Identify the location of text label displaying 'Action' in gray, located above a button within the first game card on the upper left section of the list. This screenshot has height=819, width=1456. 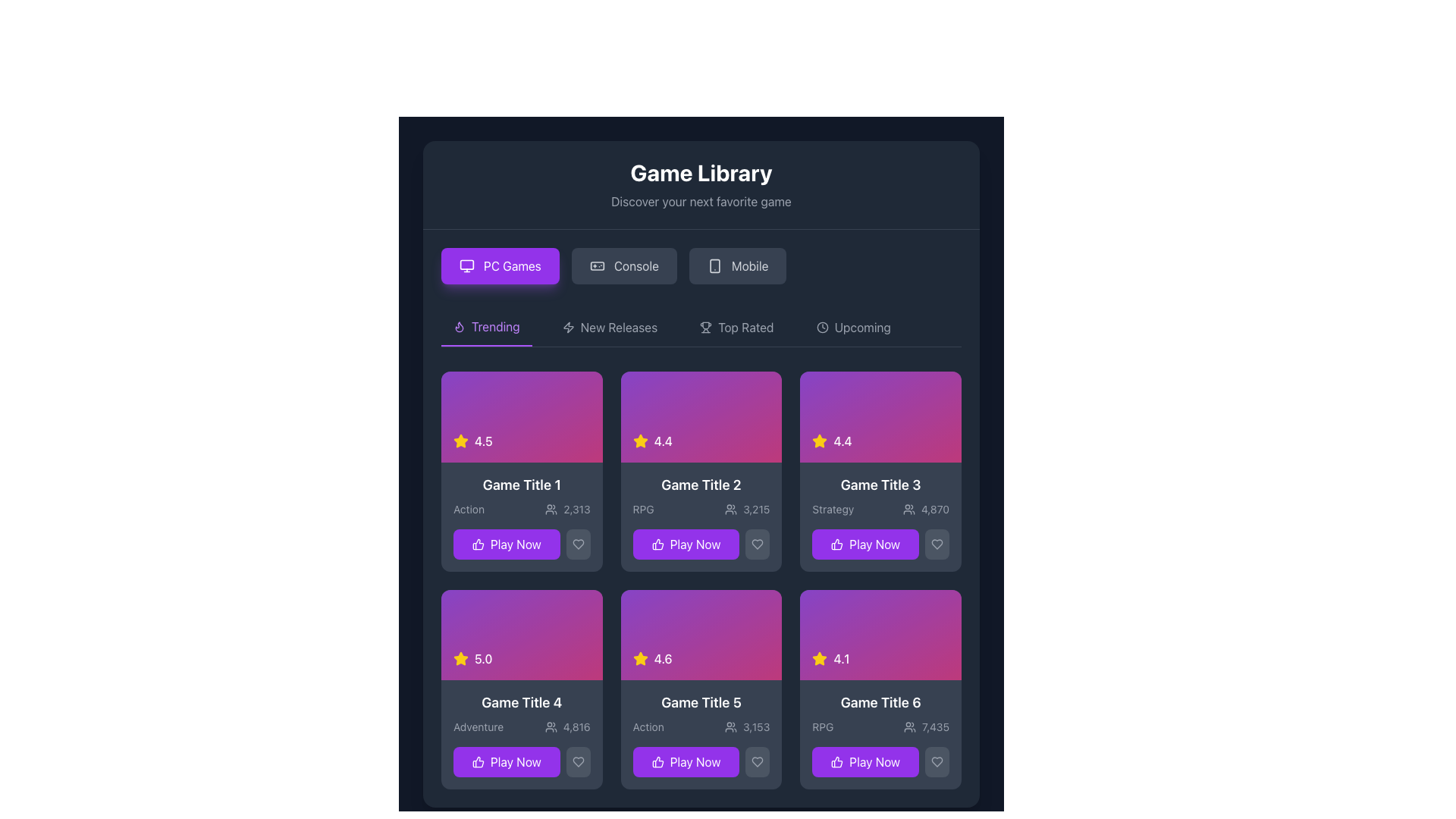
(468, 509).